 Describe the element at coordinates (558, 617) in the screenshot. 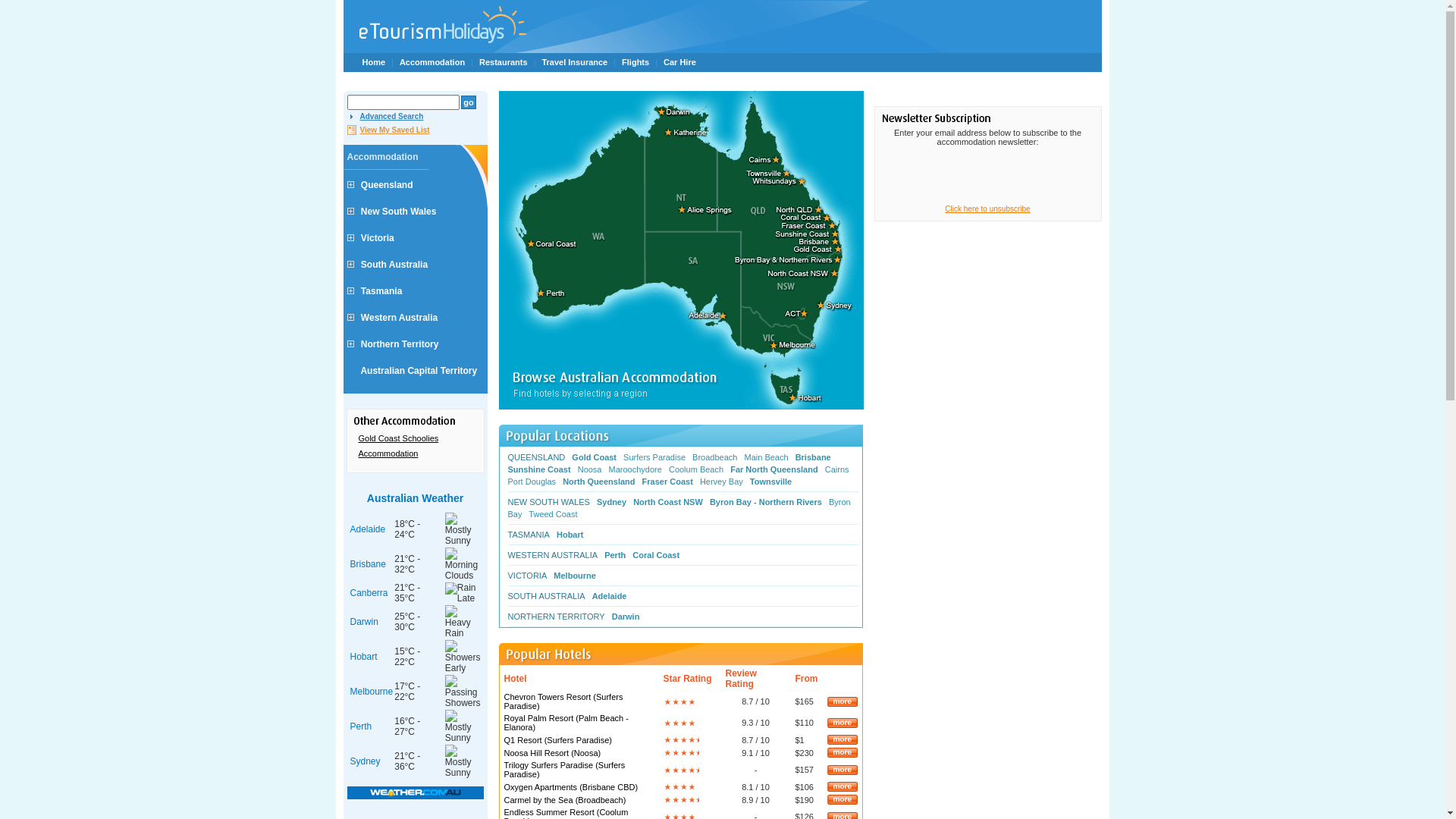

I see `'NORTHERN TERRITORY'` at that location.